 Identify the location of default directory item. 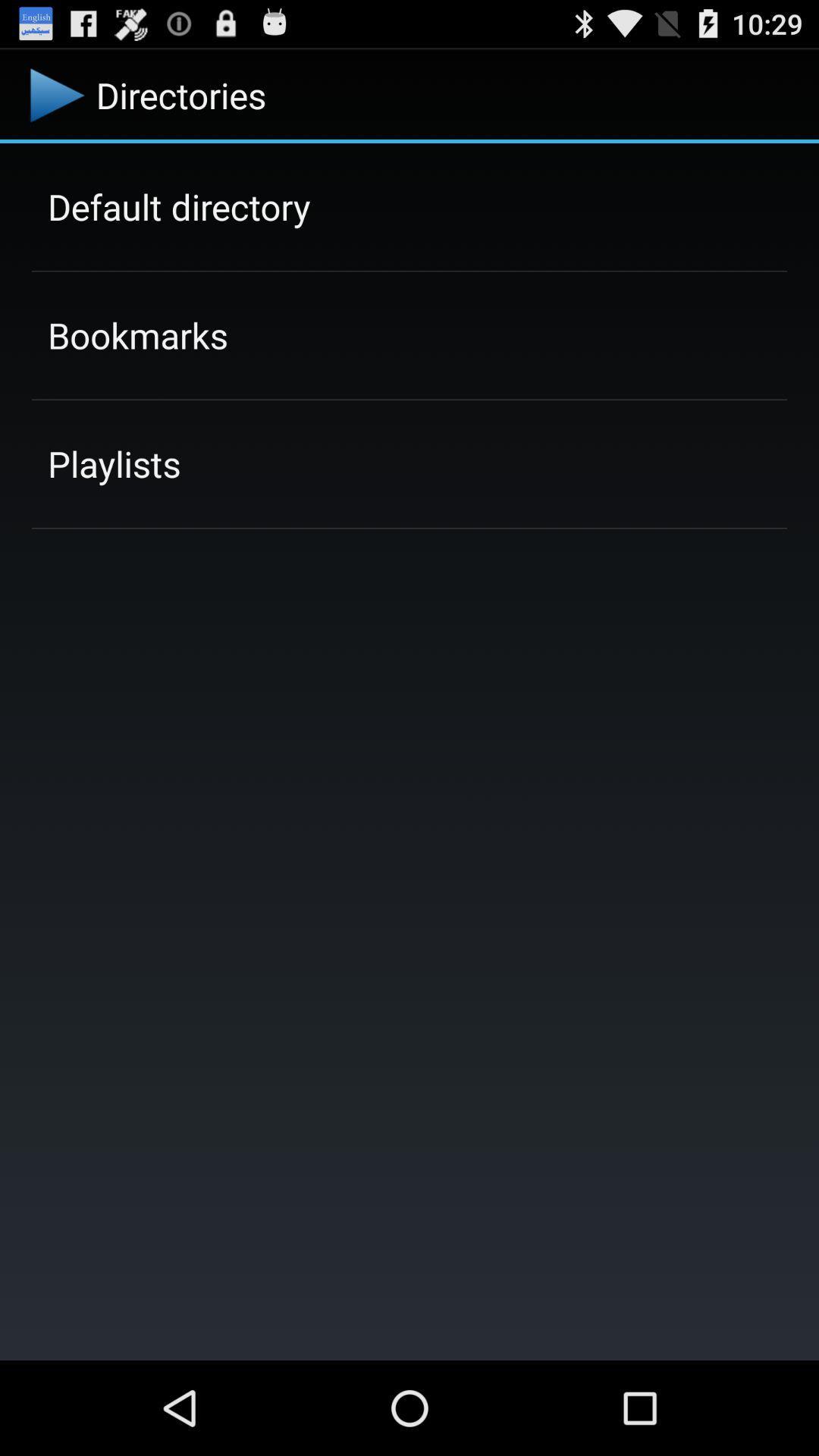
(178, 206).